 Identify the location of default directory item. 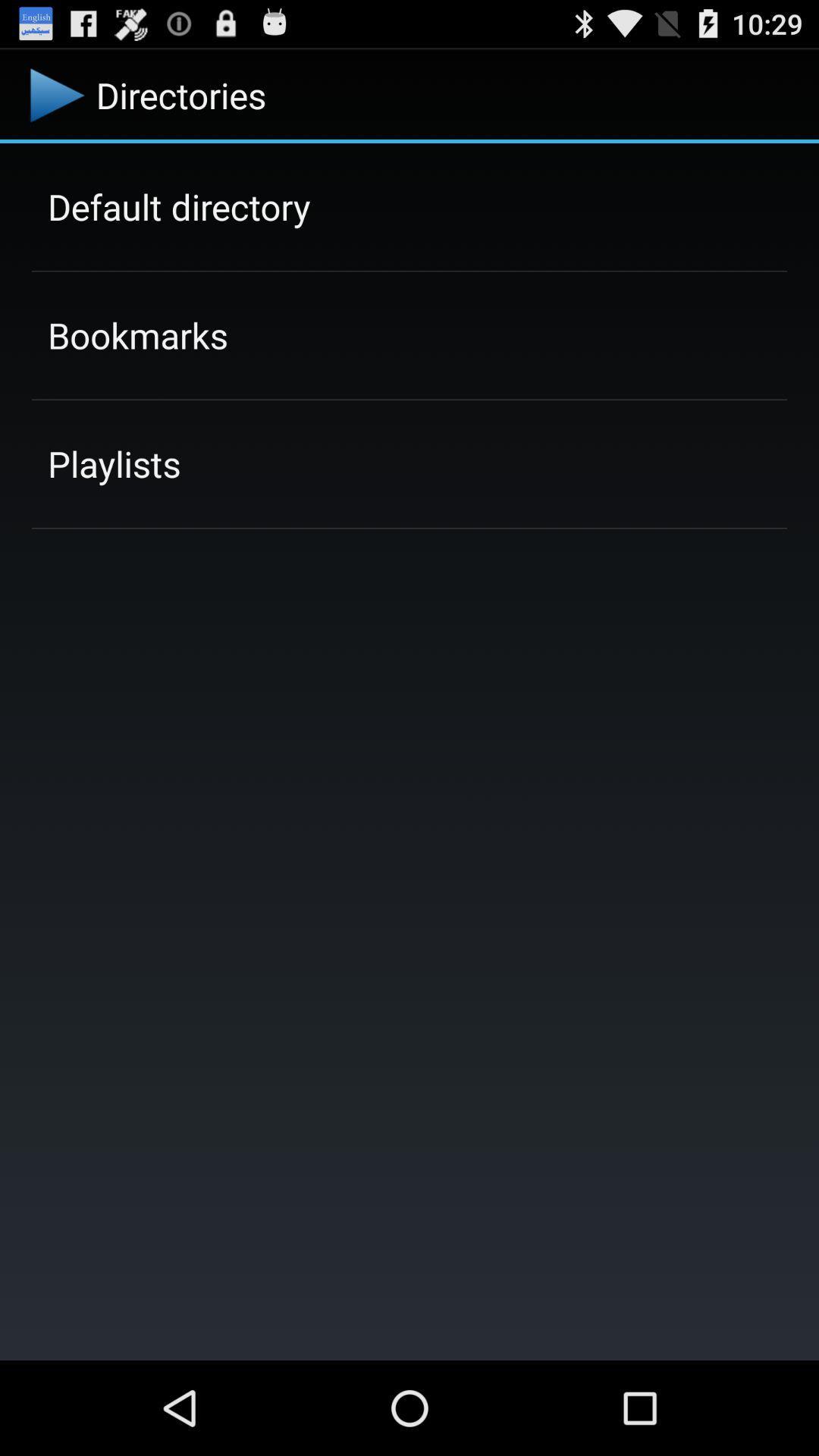
(178, 206).